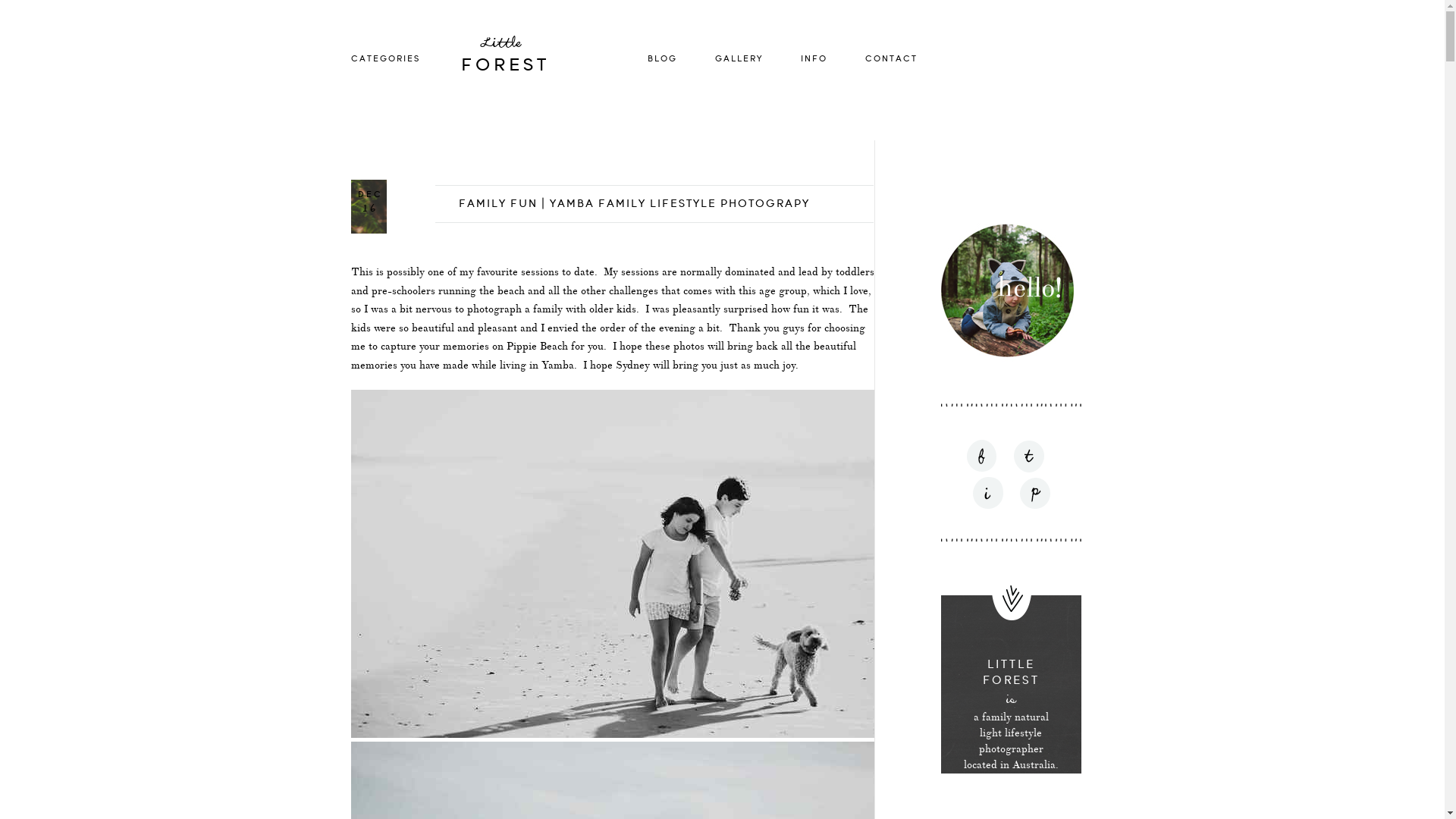 This screenshot has width=1456, height=819. I want to click on 'GALLERY', so click(738, 58).